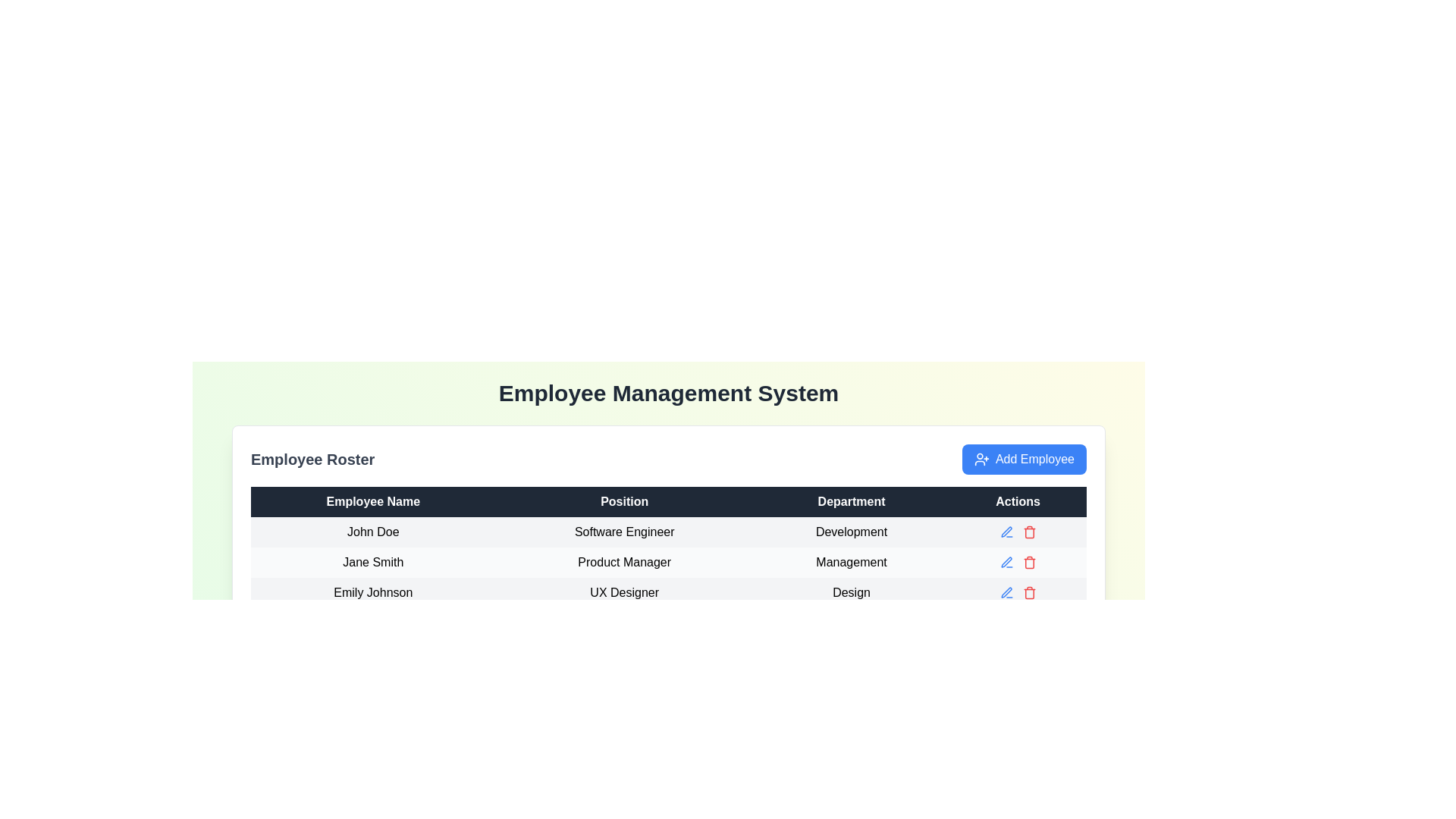  I want to click on static text displaying the department name for 'Jane Smith' in the third column of the second data row of the table, so click(852, 562).